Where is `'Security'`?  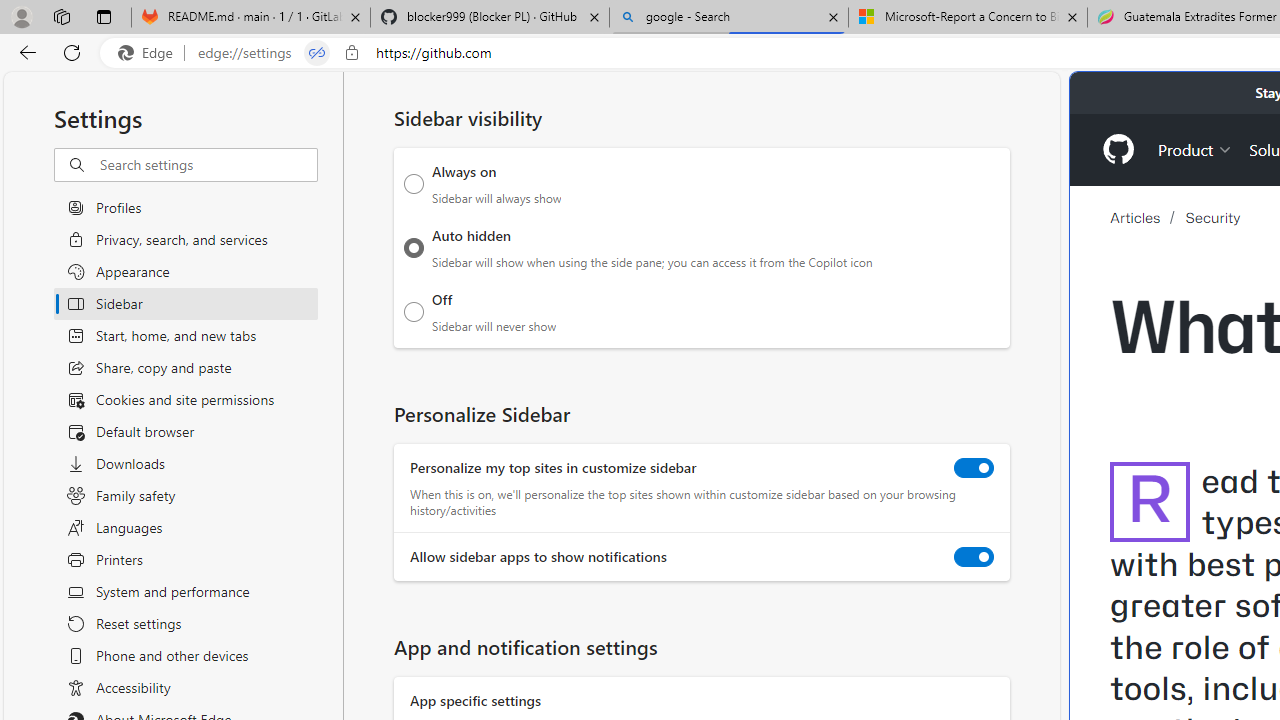
'Security' is located at coordinates (1212, 218).